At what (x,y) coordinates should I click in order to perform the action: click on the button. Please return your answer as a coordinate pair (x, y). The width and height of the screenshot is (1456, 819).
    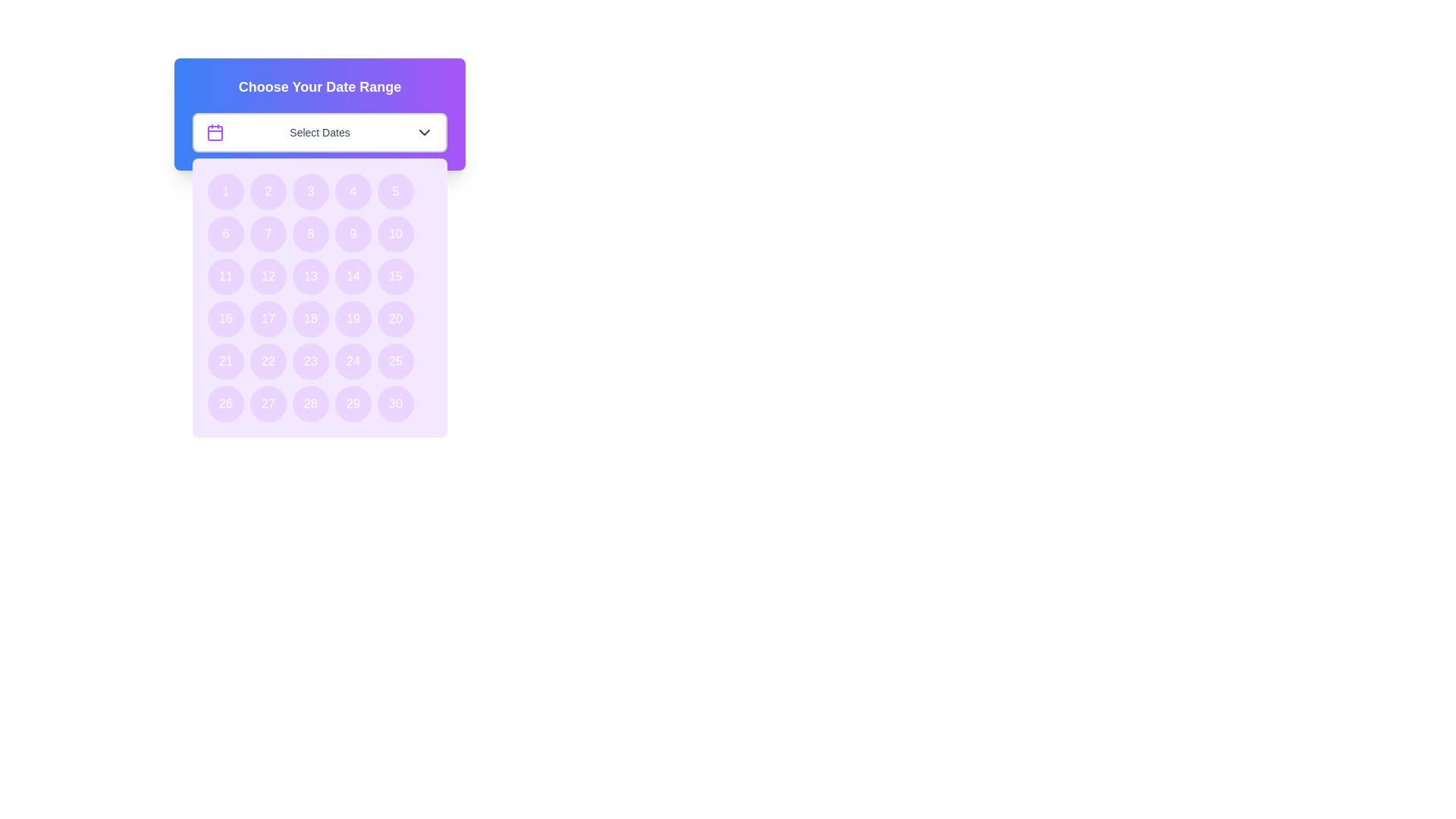
    Looking at the image, I should click on (396, 362).